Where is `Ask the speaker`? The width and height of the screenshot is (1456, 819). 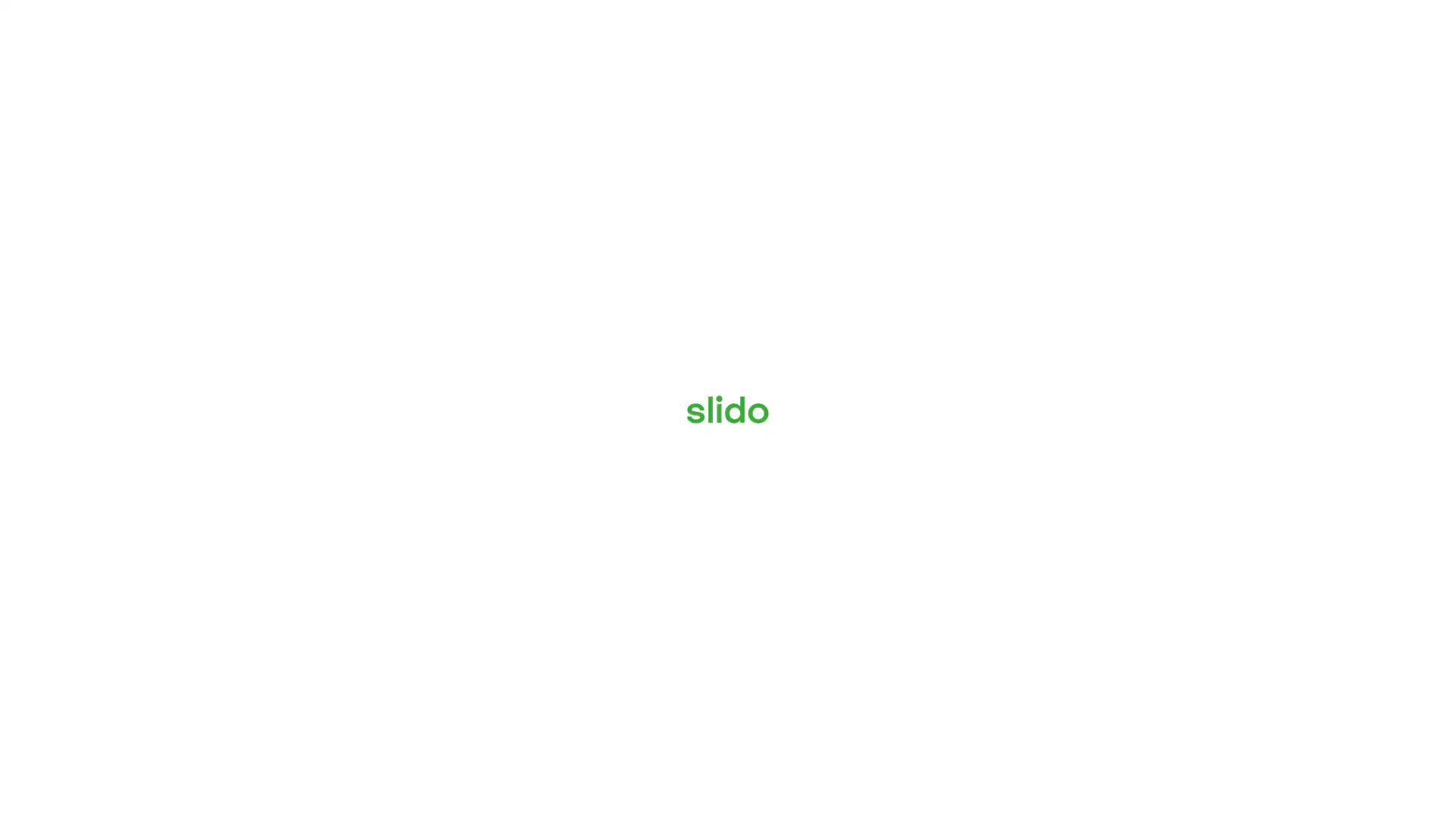 Ask the speaker is located at coordinates (1351, 773).